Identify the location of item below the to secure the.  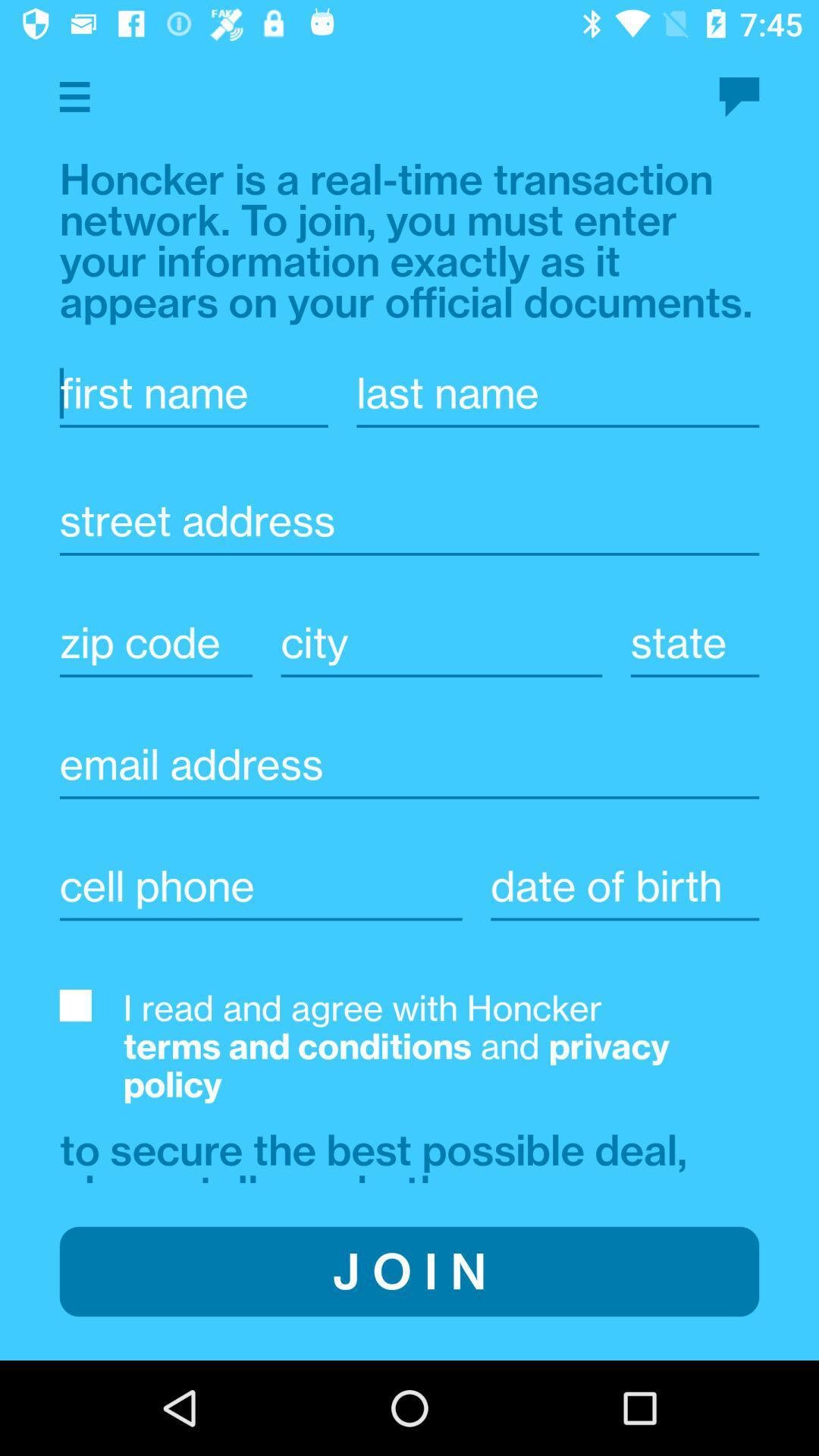
(409, 1271).